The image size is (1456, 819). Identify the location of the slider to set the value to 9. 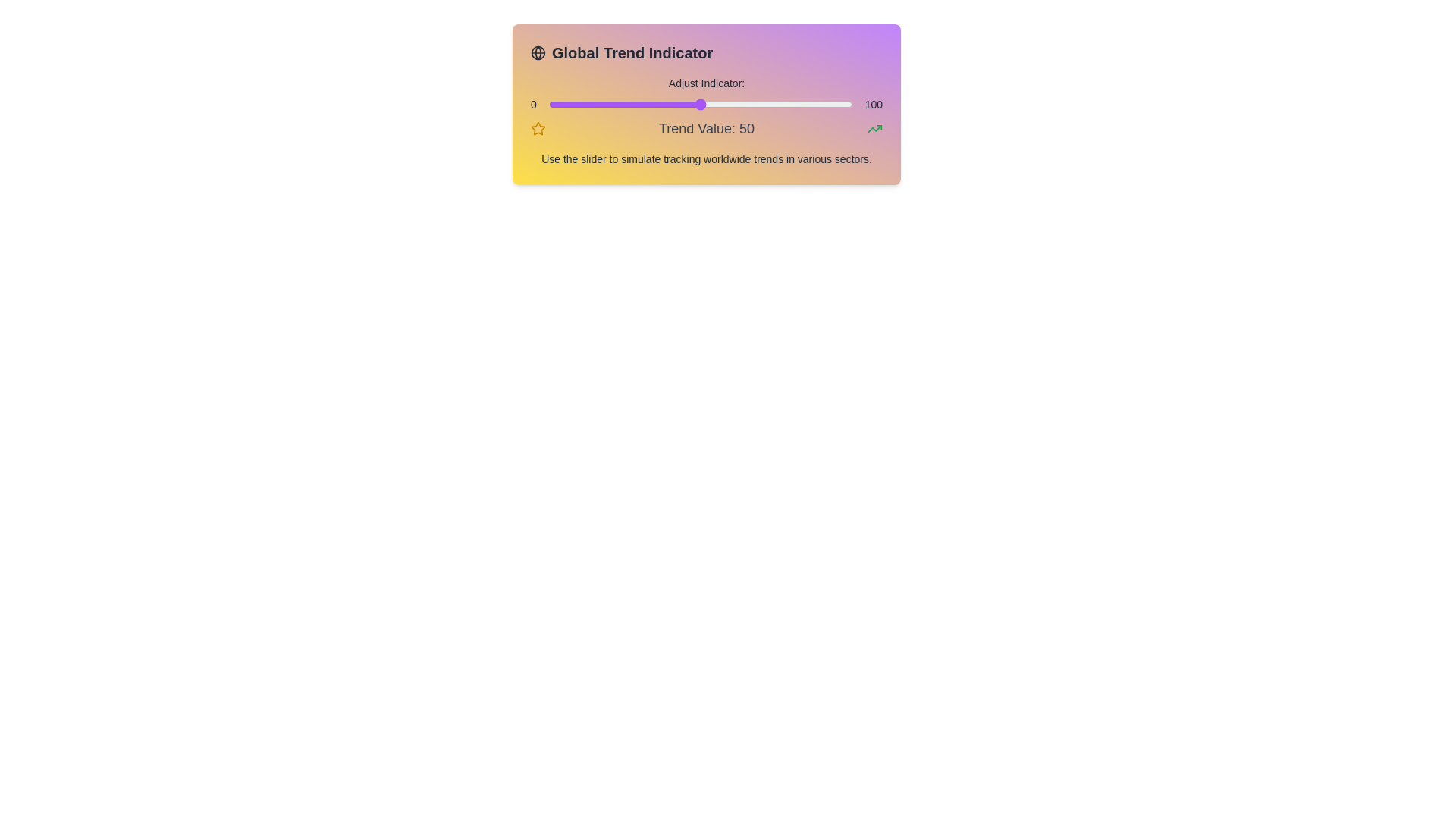
(575, 104).